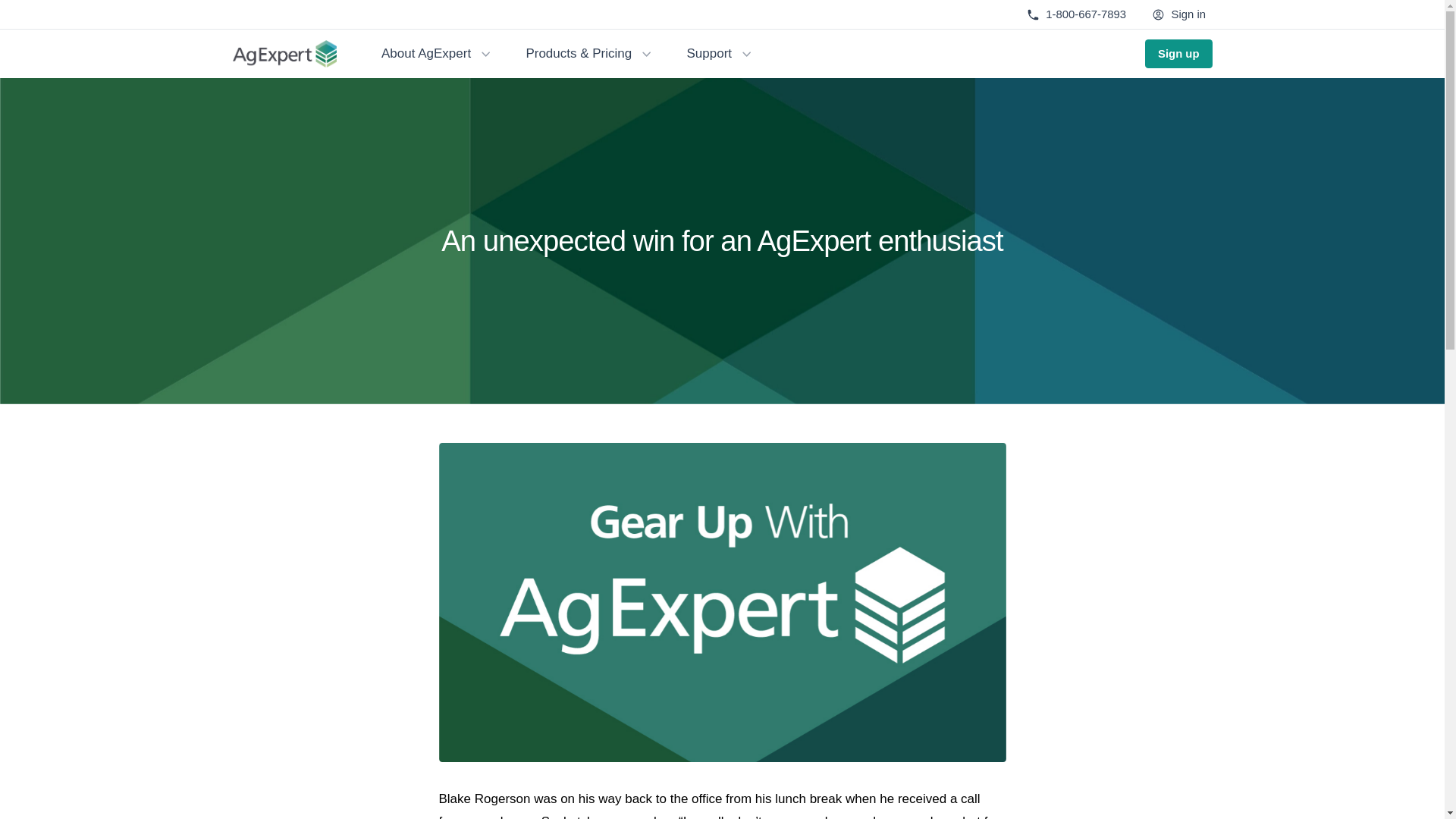 Image resolution: width=1456 pixels, height=819 pixels. Describe the element at coordinates (1178, 14) in the screenshot. I see `'Sign in'` at that location.